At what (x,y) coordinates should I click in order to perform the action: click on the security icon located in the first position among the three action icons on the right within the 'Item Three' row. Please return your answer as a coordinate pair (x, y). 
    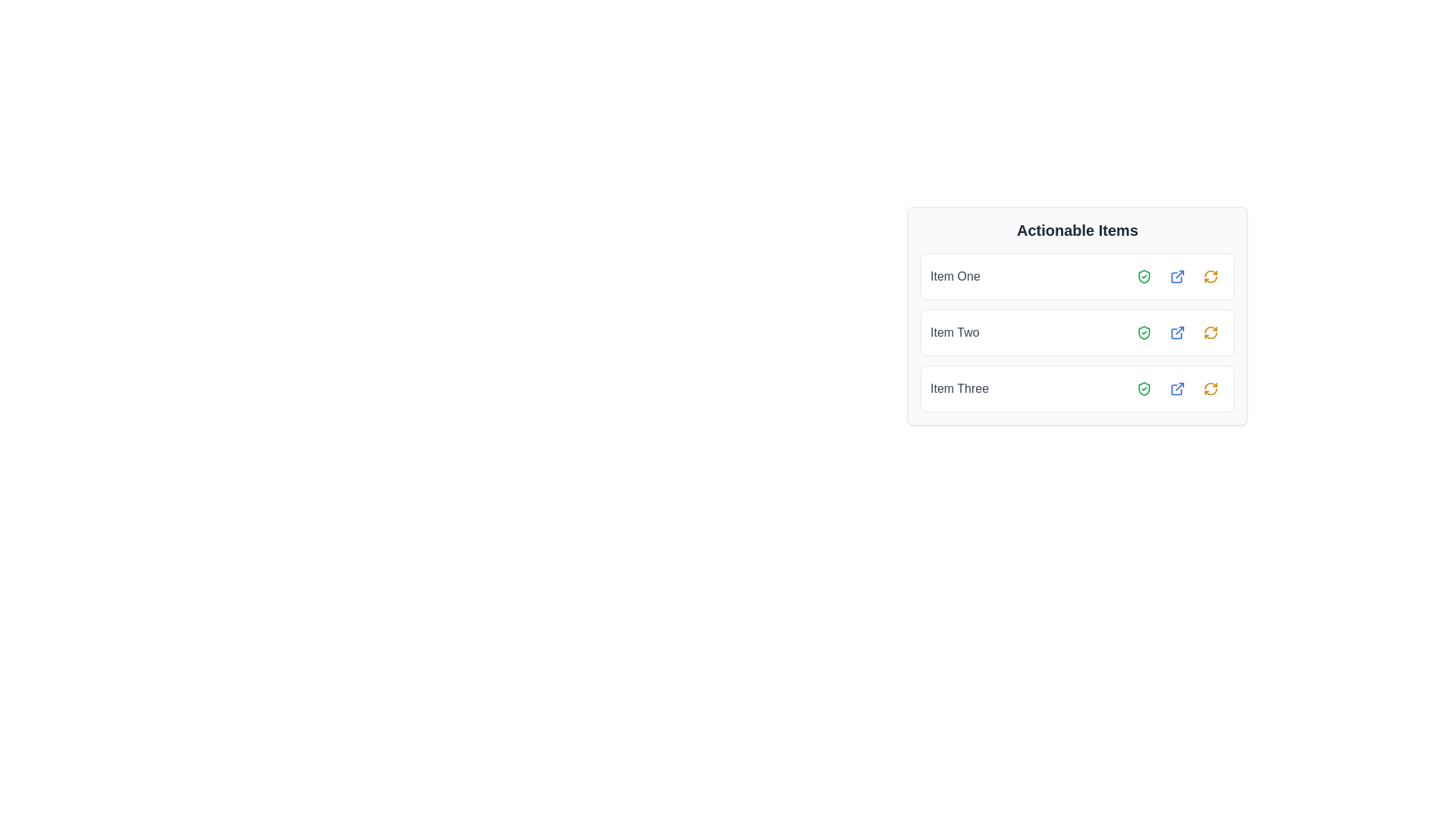
    Looking at the image, I should click on (1144, 388).